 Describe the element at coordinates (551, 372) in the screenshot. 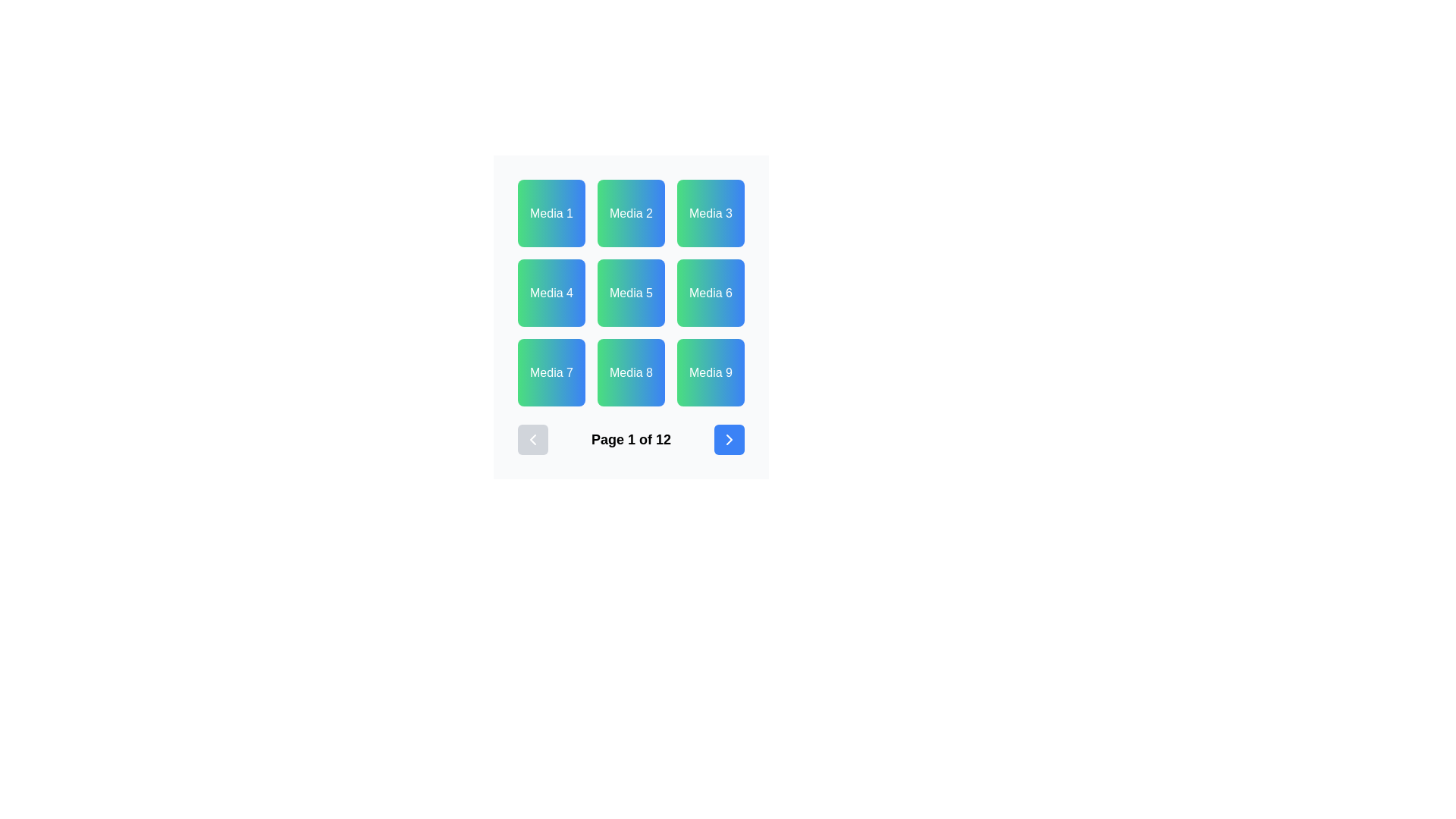

I see `the button labeled 'Media 7' located in the bottom-left corner of a 3x3 grid layout to trigger any hover effects` at that location.